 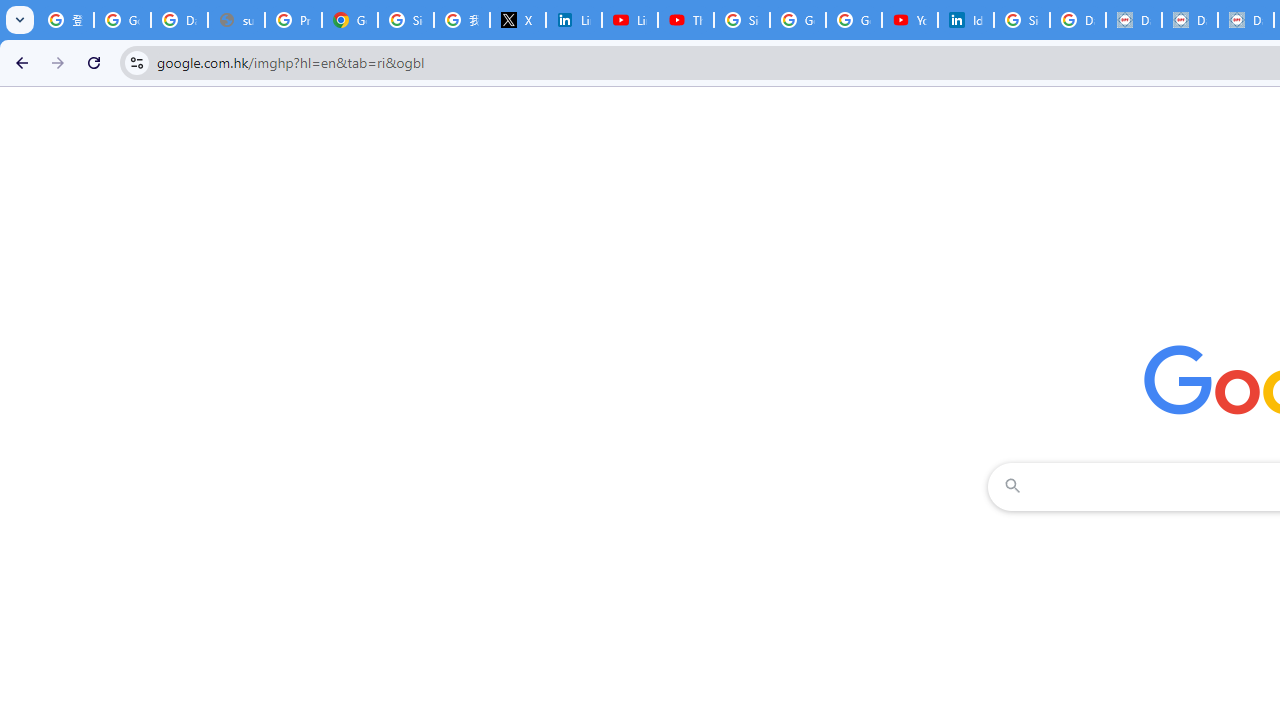 What do you see at coordinates (404, 20) in the screenshot?
I see `'Sign in - Google Accounts'` at bounding box center [404, 20].